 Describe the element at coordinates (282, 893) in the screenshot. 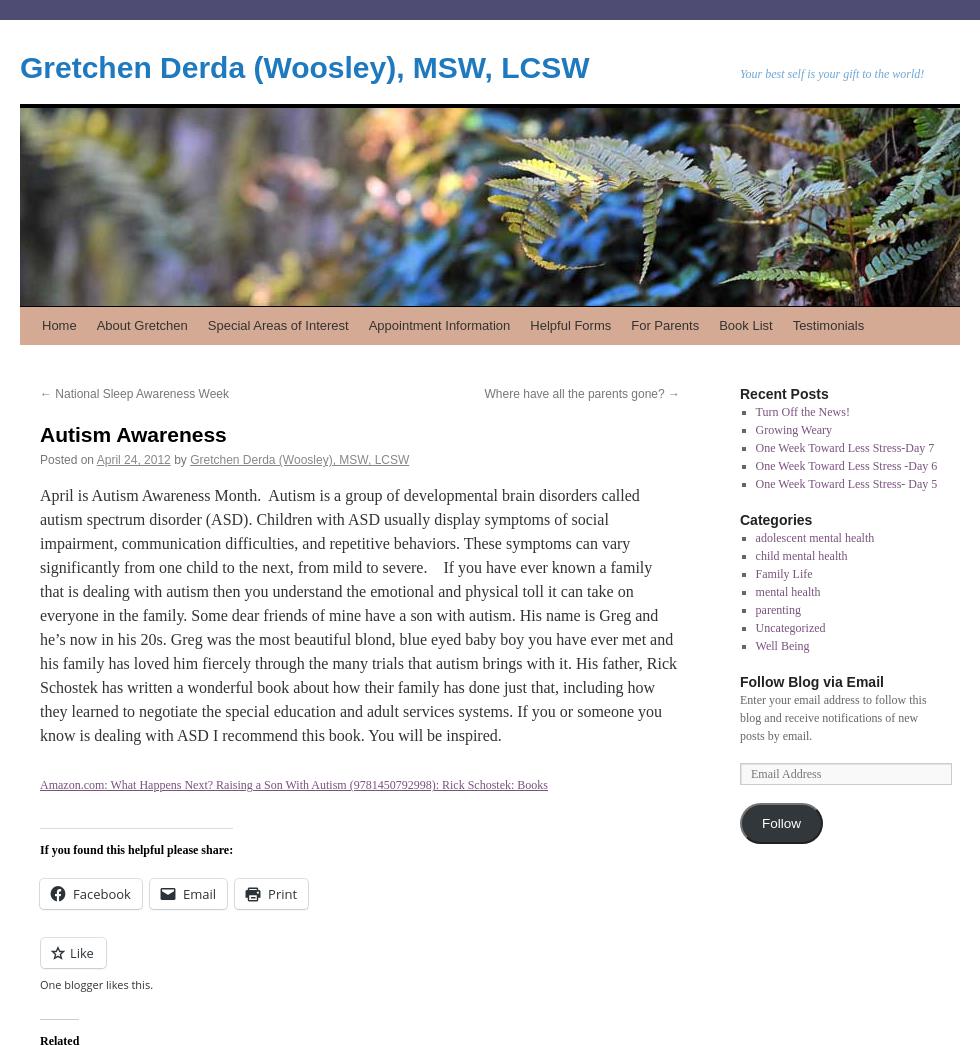

I see `'Print'` at that location.